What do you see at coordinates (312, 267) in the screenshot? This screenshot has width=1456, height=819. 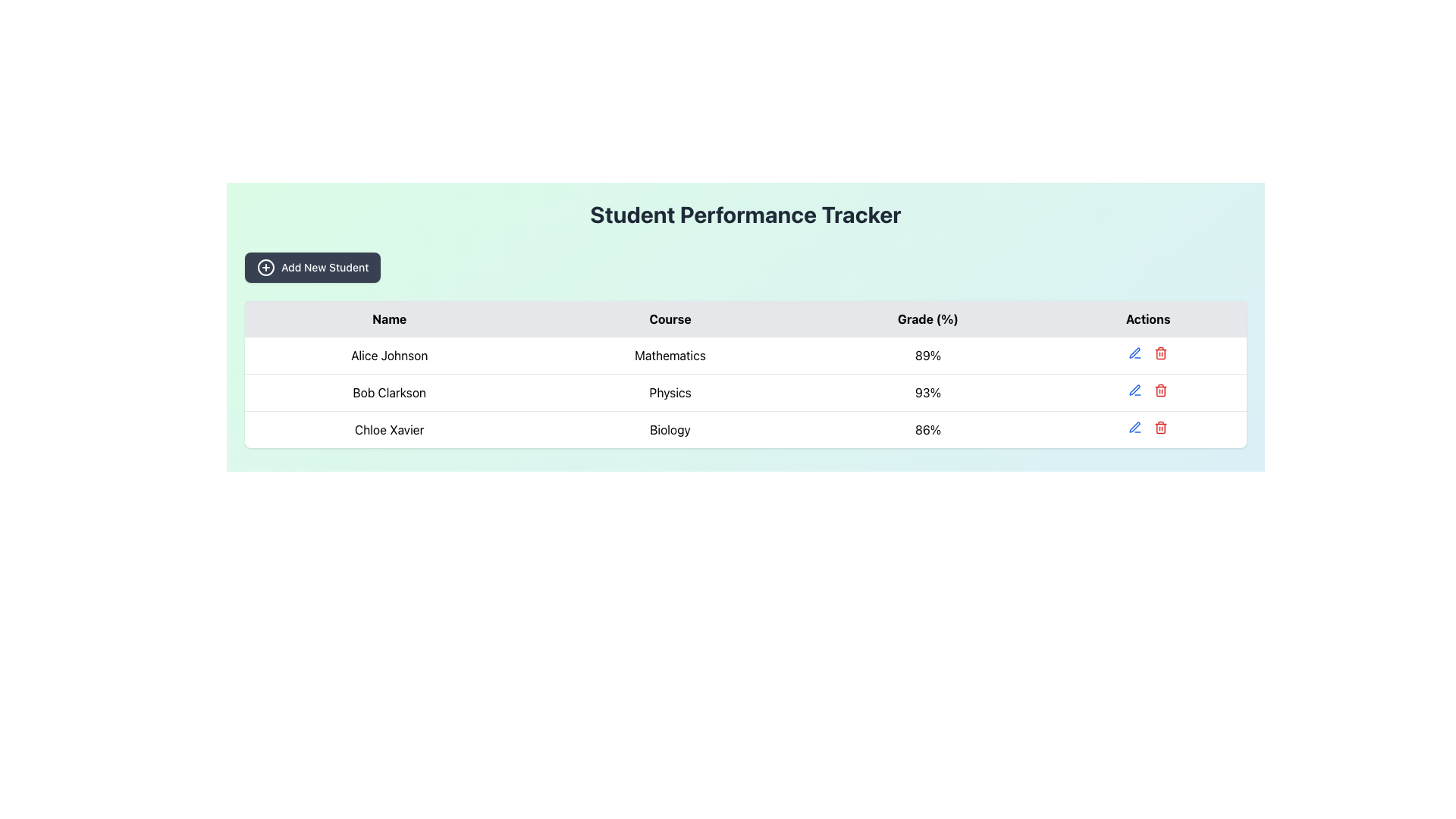 I see `the 'Add New Student' button located below the 'Student Performance Tracker' heading` at bounding box center [312, 267].